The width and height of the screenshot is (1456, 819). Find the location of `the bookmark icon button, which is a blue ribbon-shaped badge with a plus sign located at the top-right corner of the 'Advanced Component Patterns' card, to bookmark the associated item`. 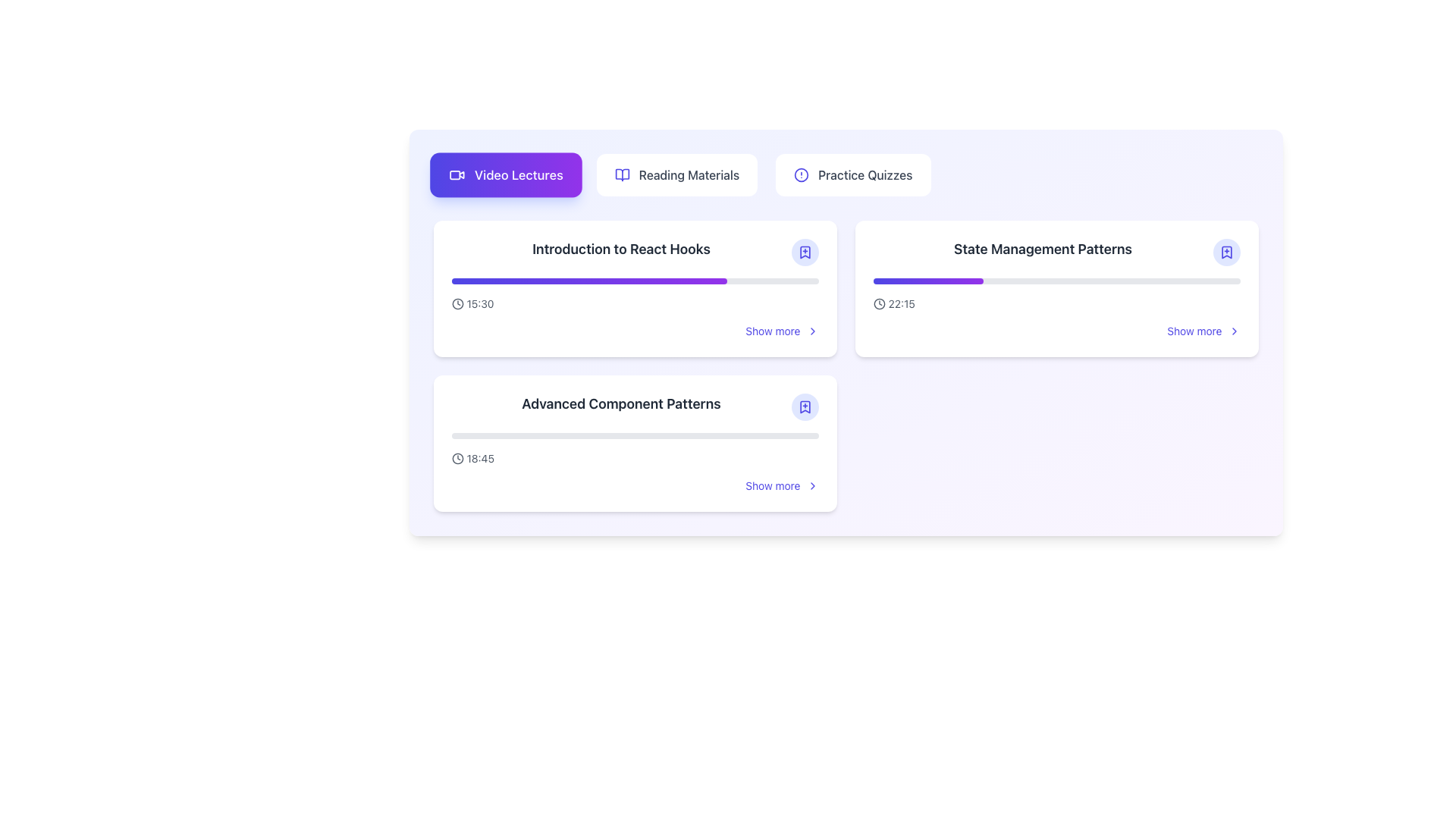

the bookmark icon button, which is a blue ribbon-shaped badge with a plus sign located at the top-right corner of the 'Advanced Component Patterns' card, to bookmark the associated item is located at coordinates (804, 406).